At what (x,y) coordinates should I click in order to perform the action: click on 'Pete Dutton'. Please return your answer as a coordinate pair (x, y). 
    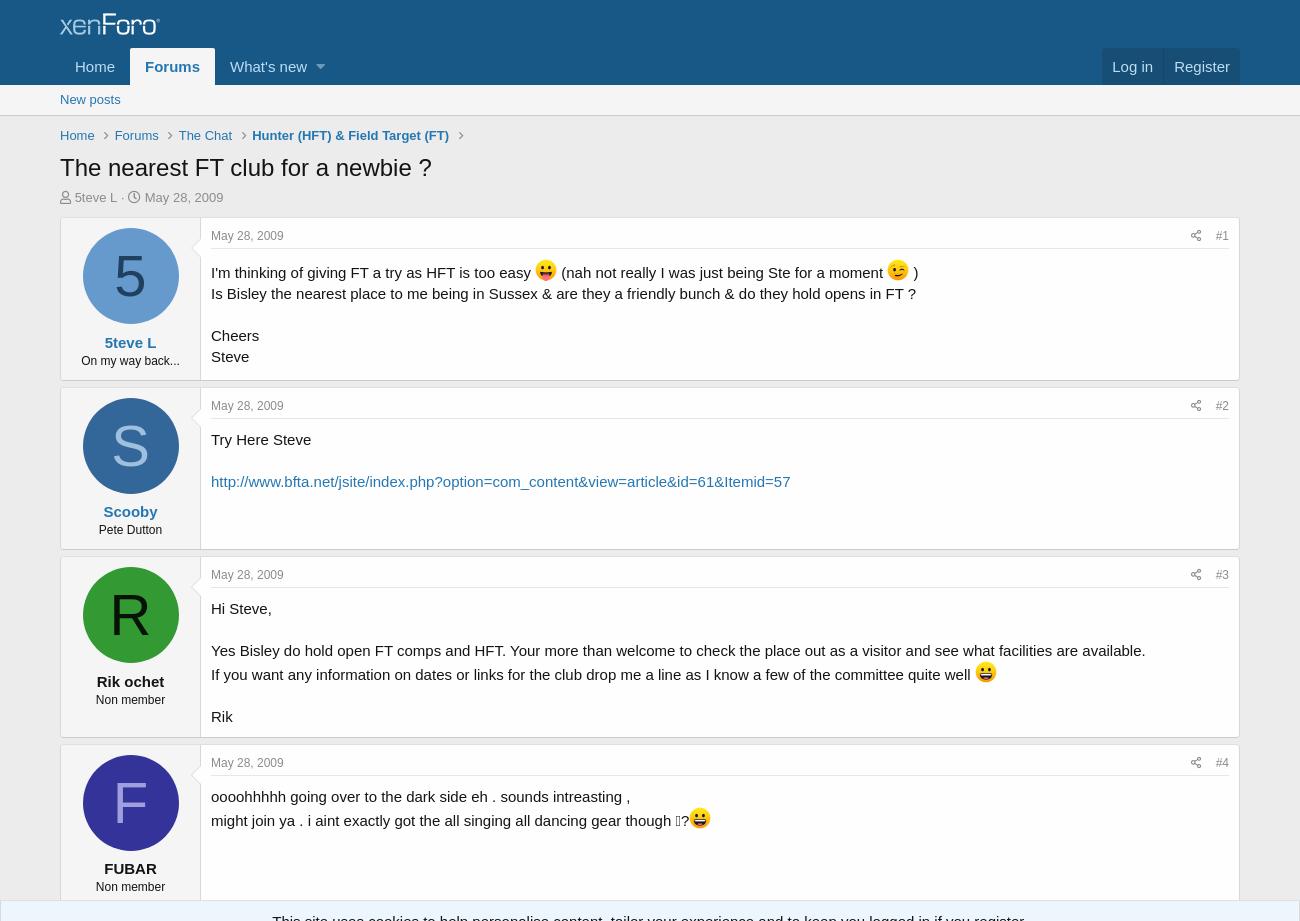
    Looking at the image, I should click on (129, 529).